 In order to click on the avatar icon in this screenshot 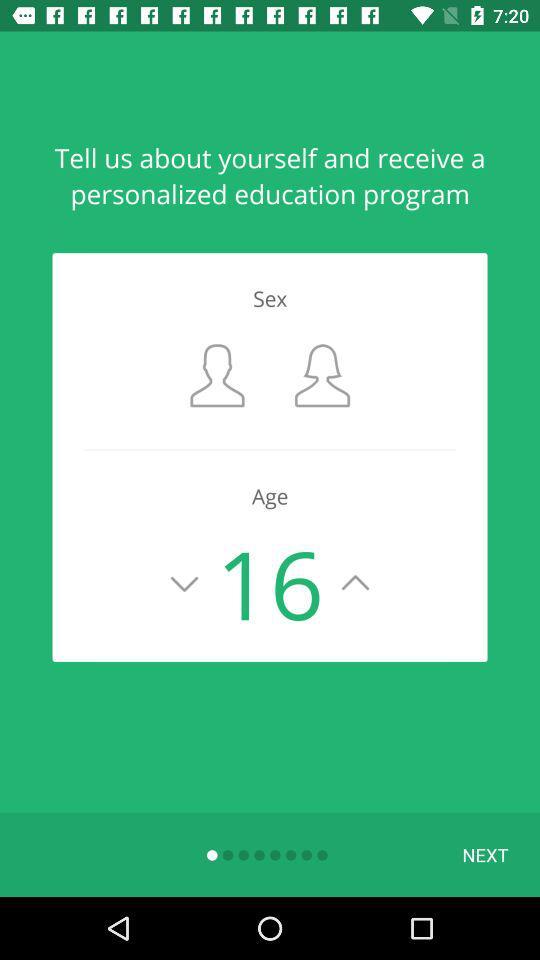, I will do `click(322, 374)`.